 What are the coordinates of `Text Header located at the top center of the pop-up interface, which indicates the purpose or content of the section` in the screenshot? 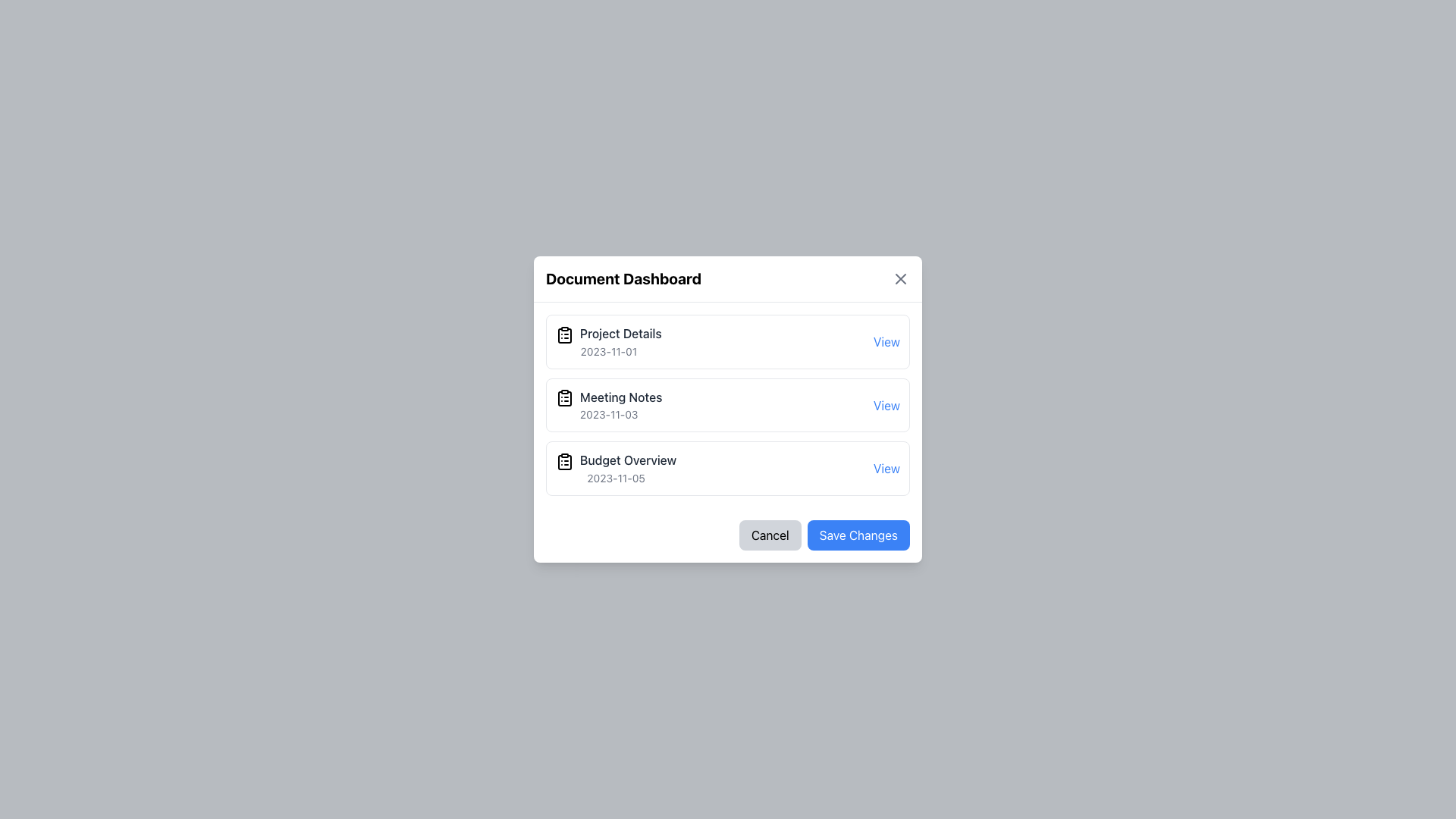 It's located at (623, 278).